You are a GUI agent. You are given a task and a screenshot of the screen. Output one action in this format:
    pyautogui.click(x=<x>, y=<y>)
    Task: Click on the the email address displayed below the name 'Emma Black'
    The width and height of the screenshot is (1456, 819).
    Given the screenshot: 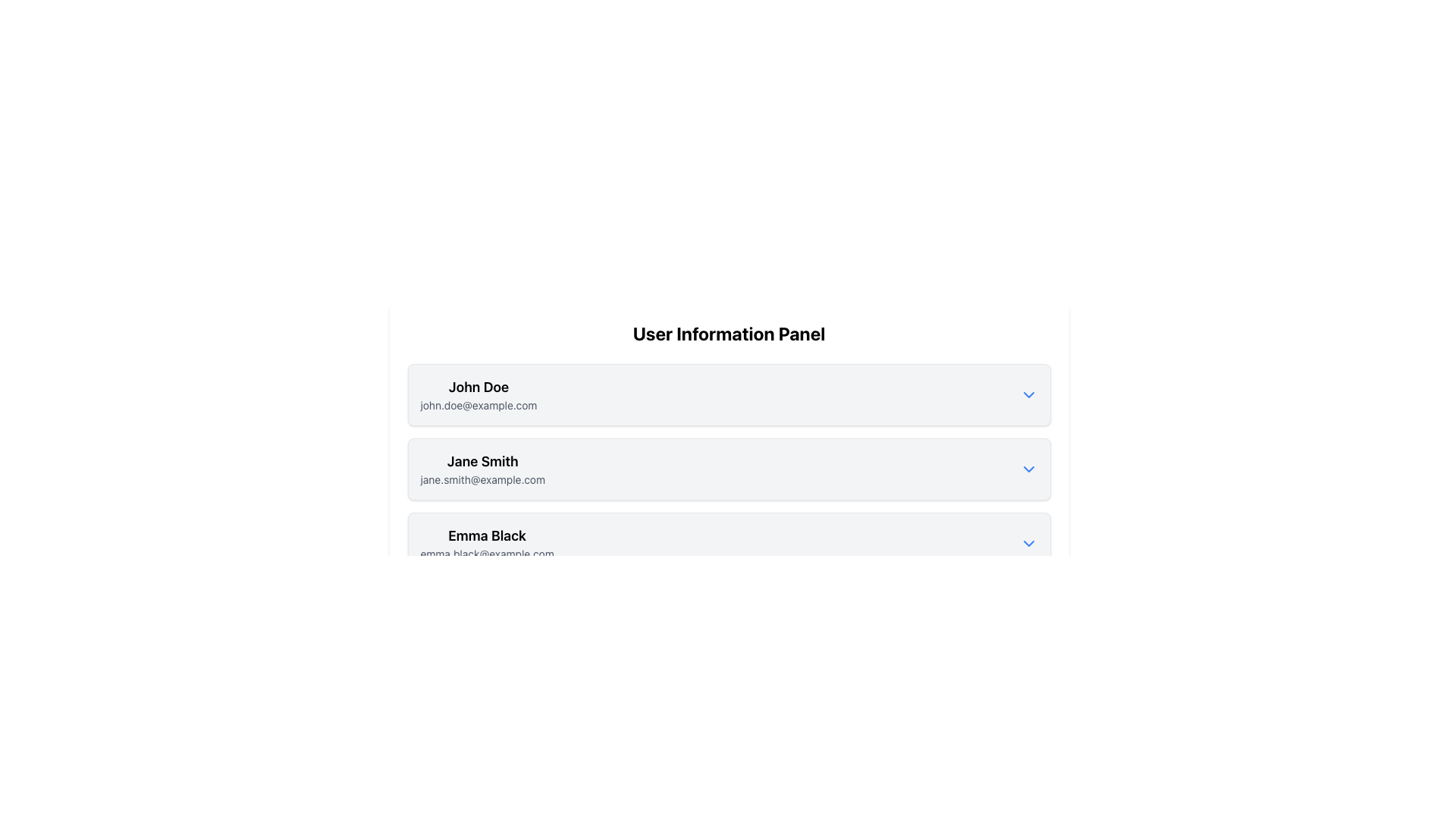 What is the action you would take?
    pyautogui.click(x=487, y=554)
    